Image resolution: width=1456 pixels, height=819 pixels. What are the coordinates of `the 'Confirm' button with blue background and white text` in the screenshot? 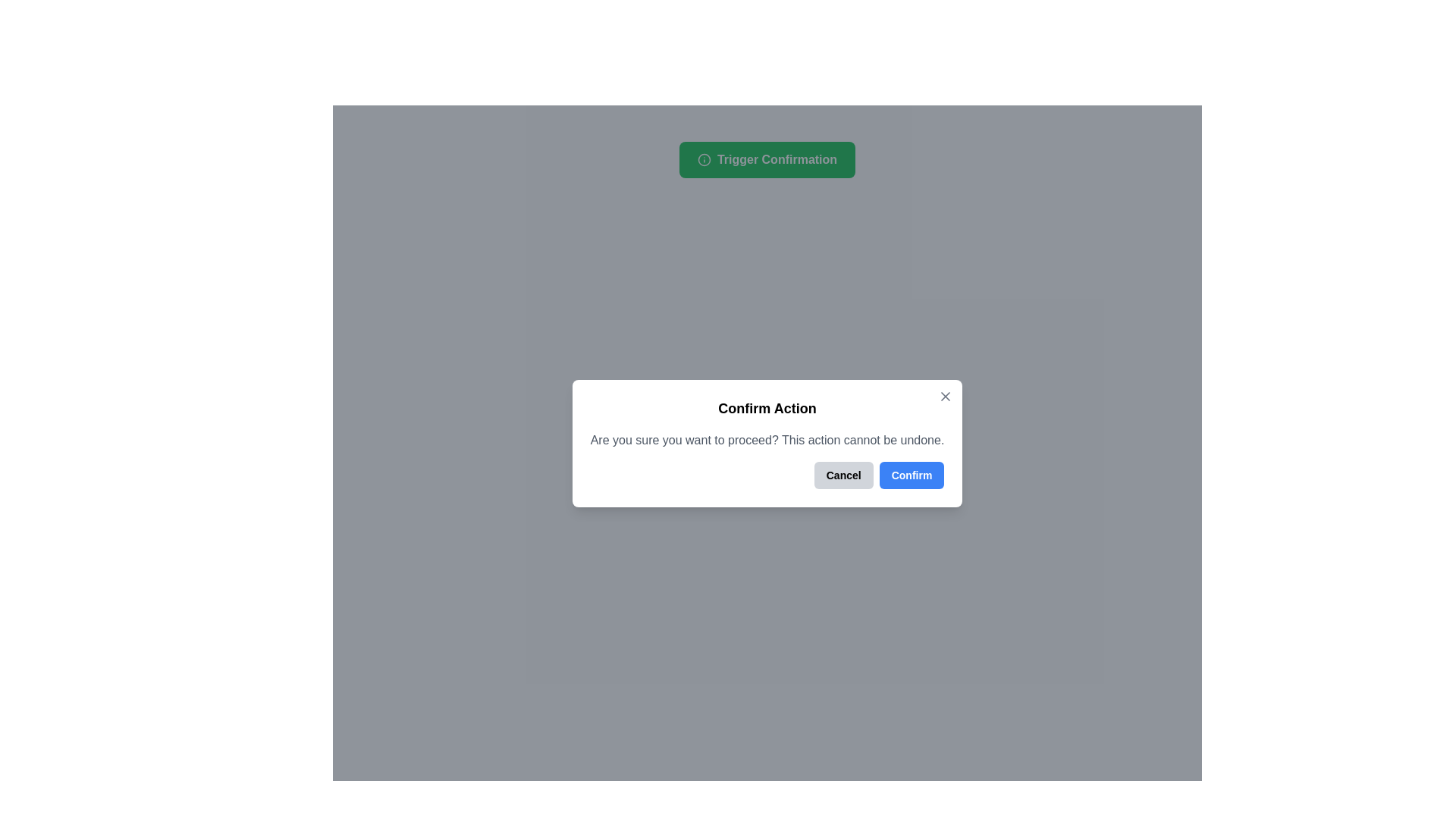 It's located at (911, 474).